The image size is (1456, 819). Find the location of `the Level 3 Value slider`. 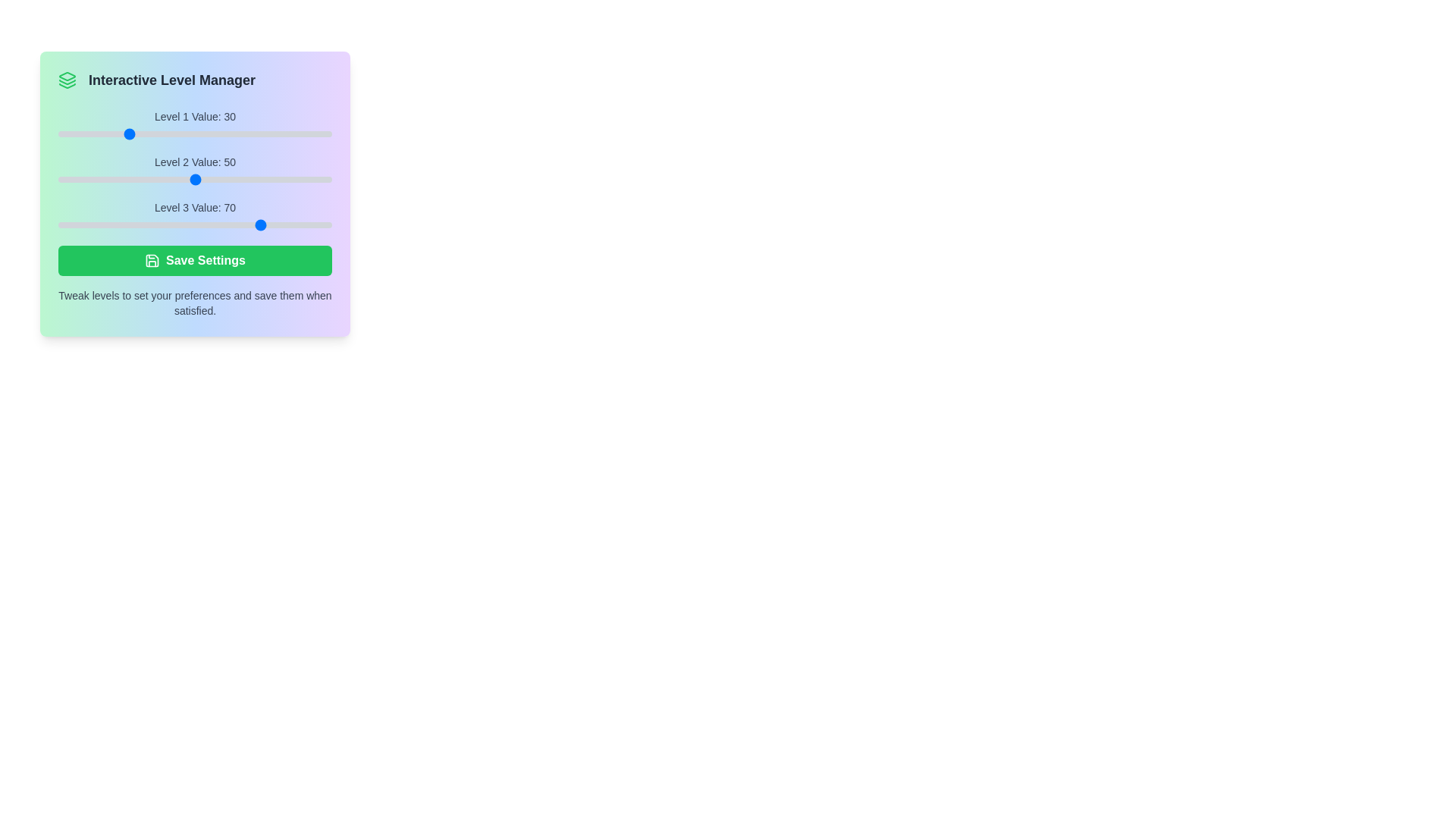

the Level 3 Value slider is located at coordinates (328, 225).